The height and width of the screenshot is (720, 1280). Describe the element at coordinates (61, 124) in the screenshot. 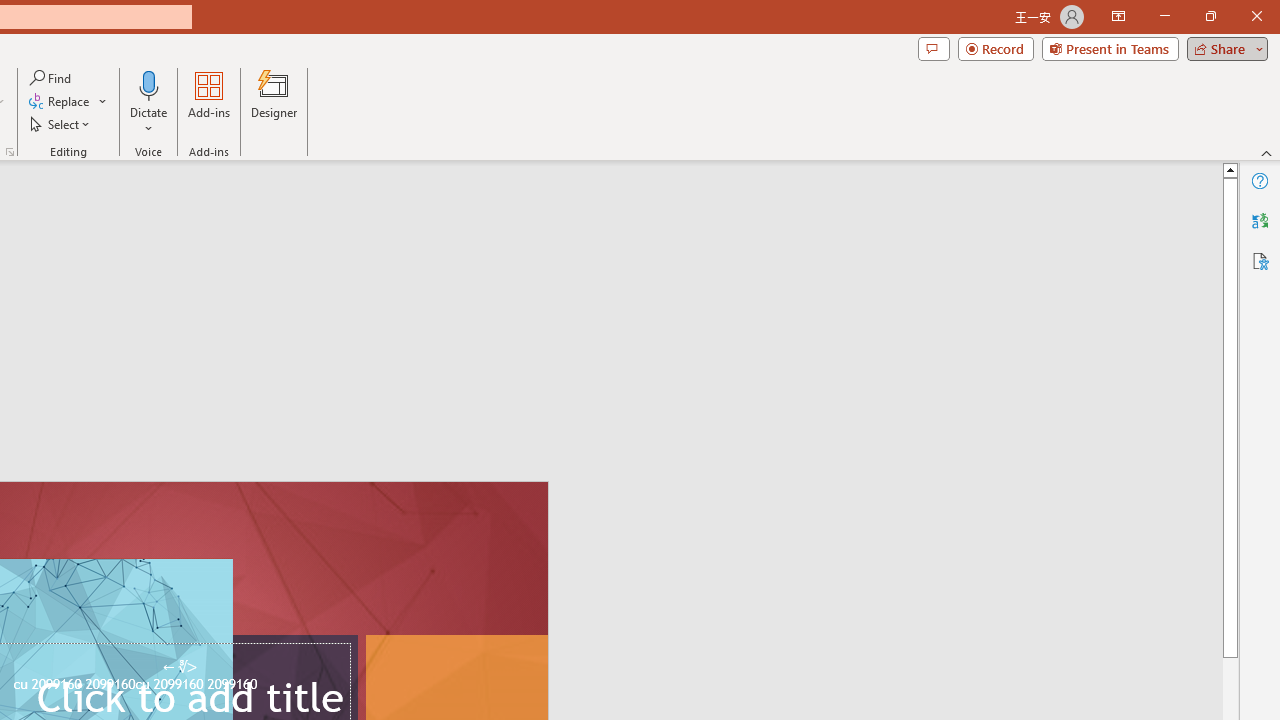

I see `'Select'` at that location.